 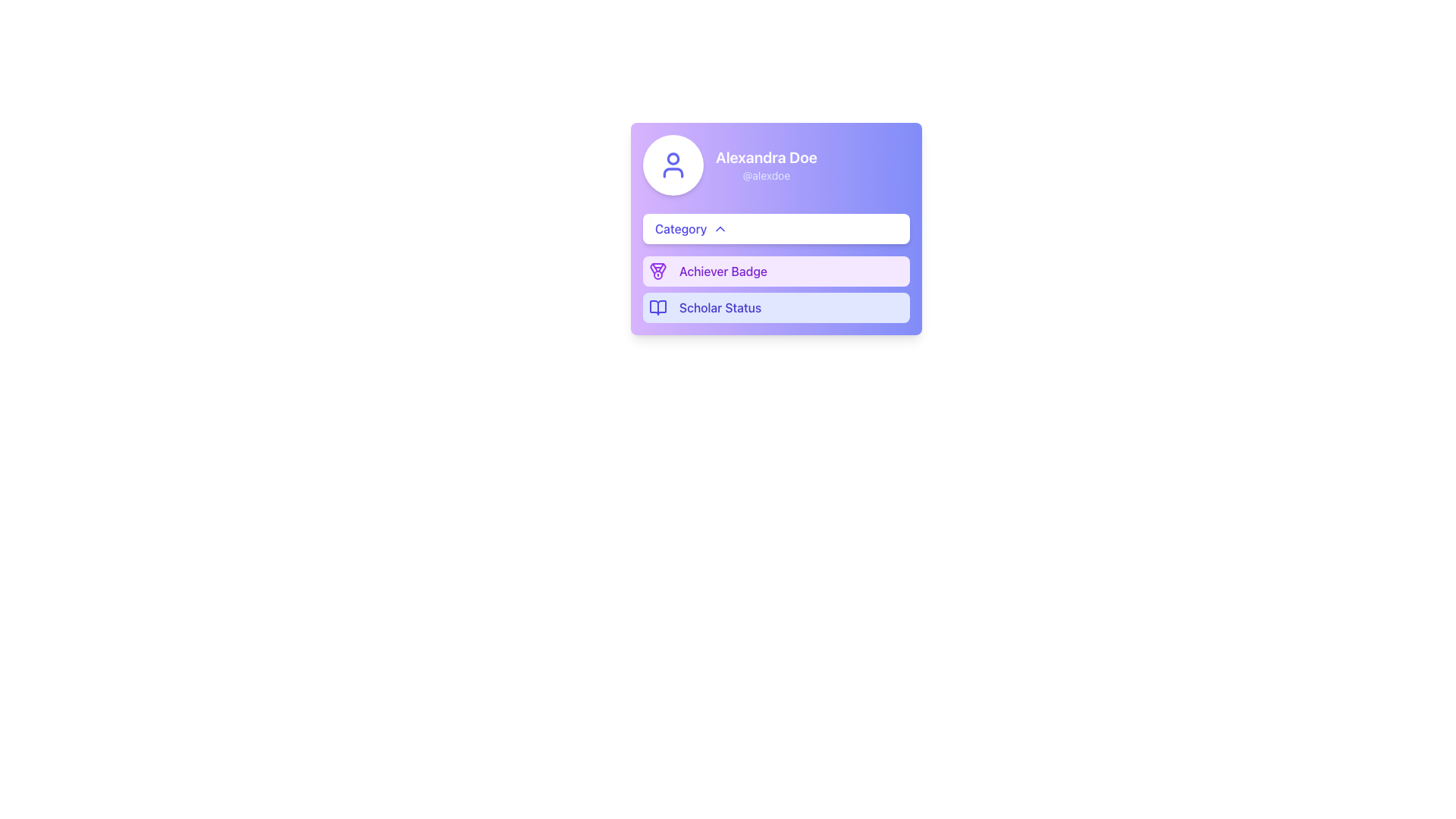 I want to click on the purple medal icon with intricate details, which is located to the left of the 'Achiever Badge' label in the second item of the vertically stacked list, so click(x=658, y=268).